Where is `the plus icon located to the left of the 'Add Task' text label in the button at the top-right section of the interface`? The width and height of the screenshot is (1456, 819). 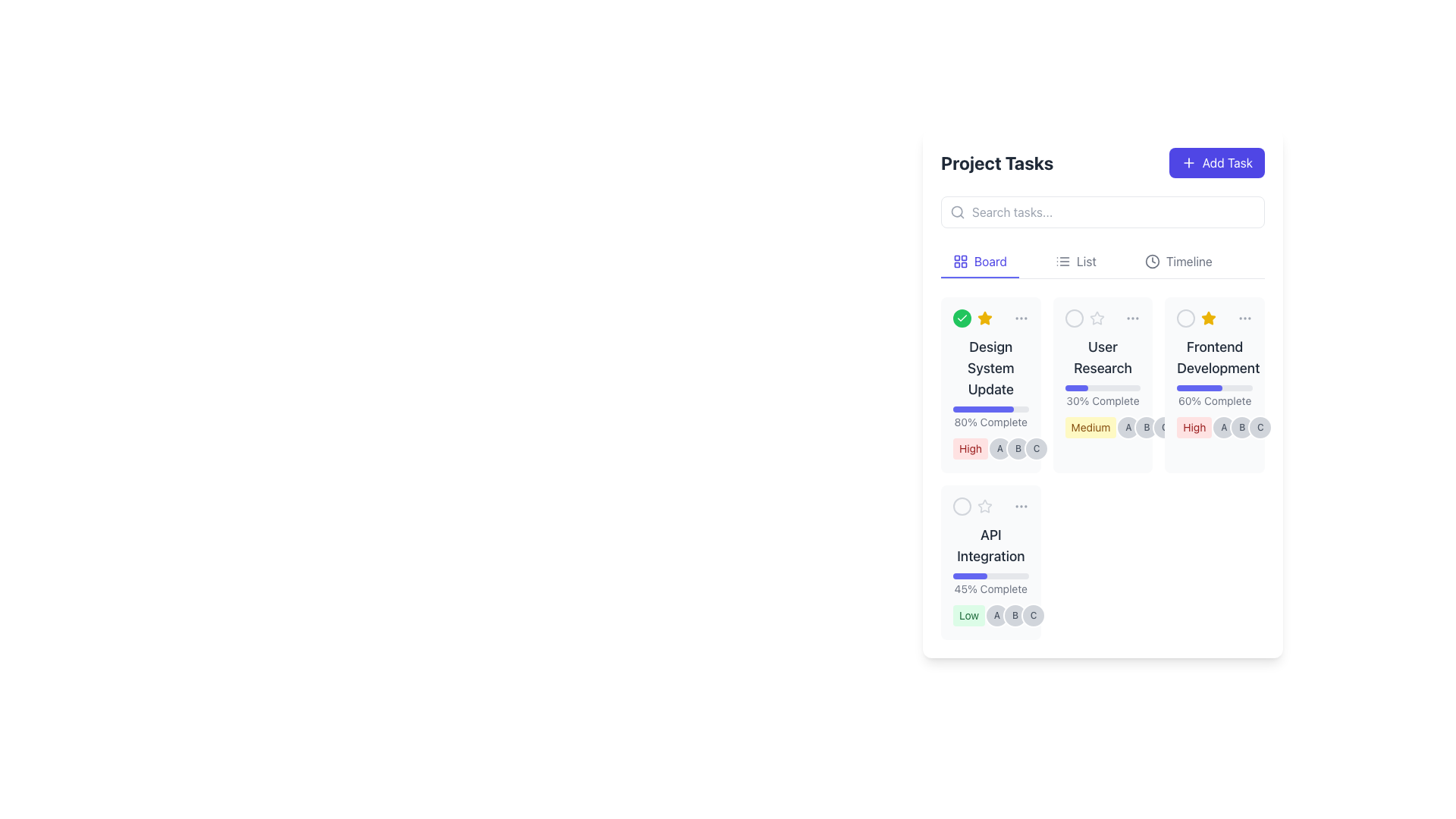 the plus icon located to the left of the 'Add Task' text label in the button at the top-right section of the interface is located at coordinates (1188, 163).